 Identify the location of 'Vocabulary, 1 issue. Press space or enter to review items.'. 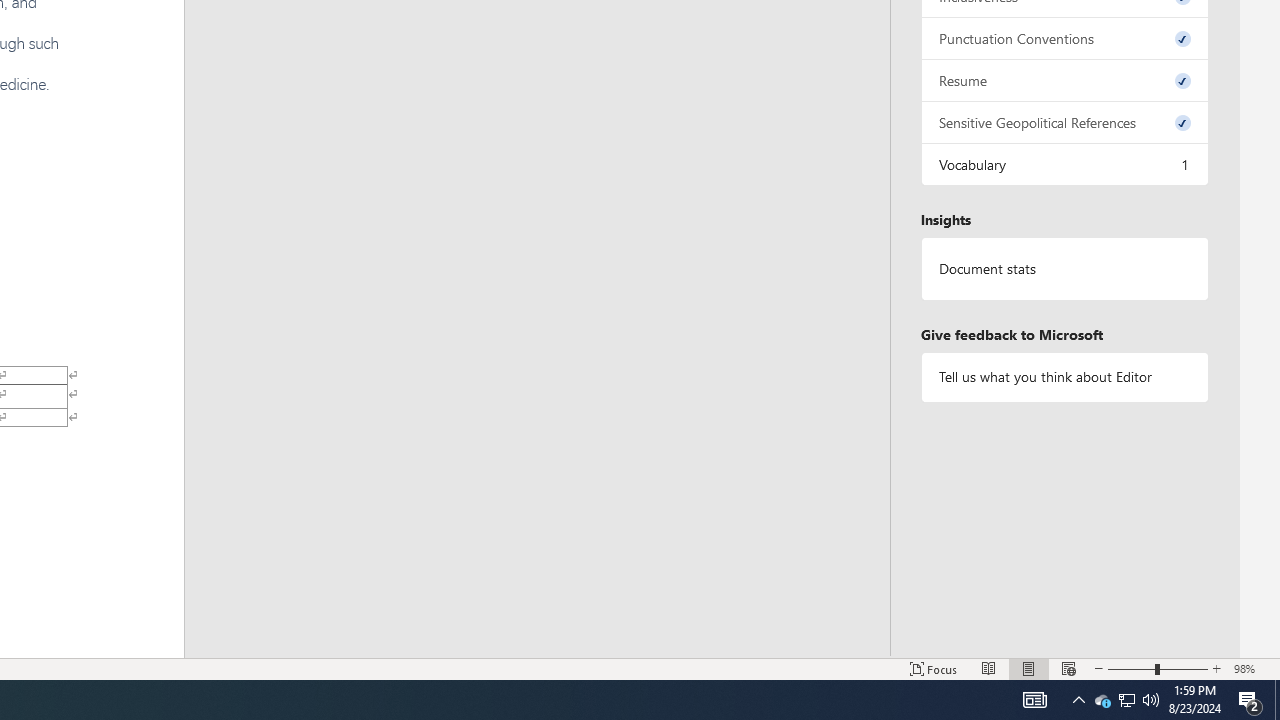
(1063, 163).